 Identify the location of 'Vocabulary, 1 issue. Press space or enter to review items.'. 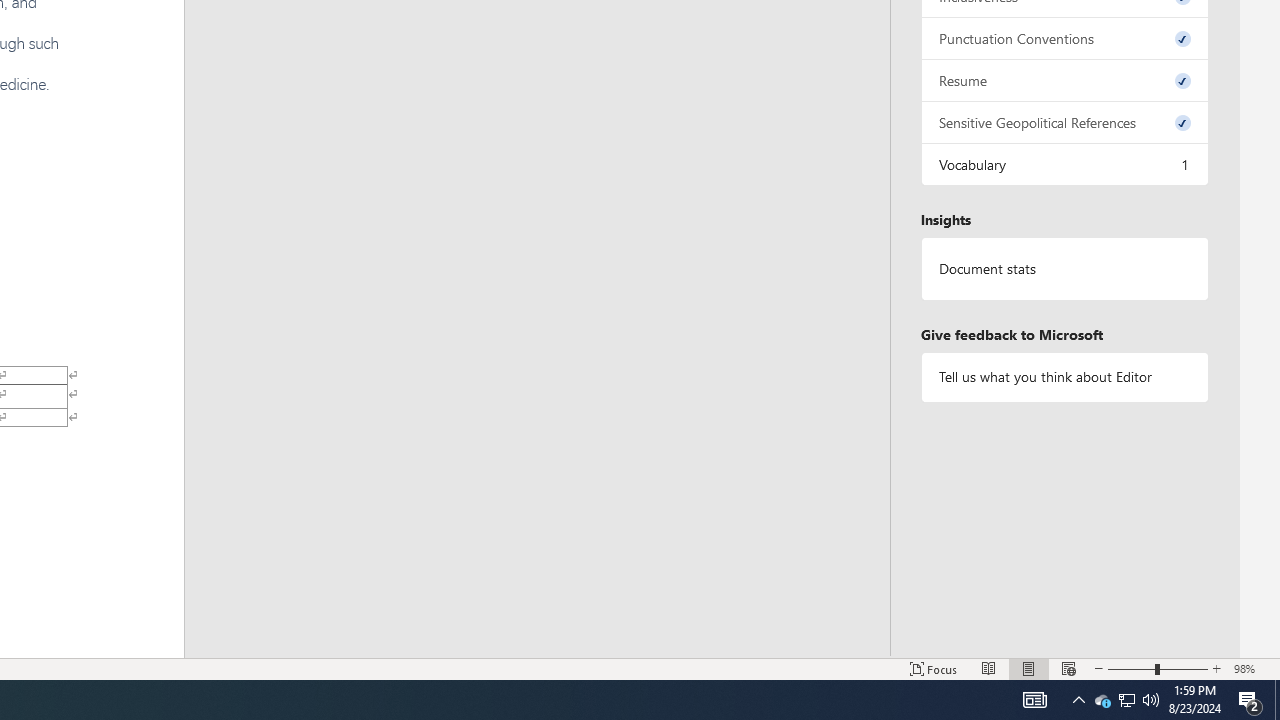
(1063, 163).